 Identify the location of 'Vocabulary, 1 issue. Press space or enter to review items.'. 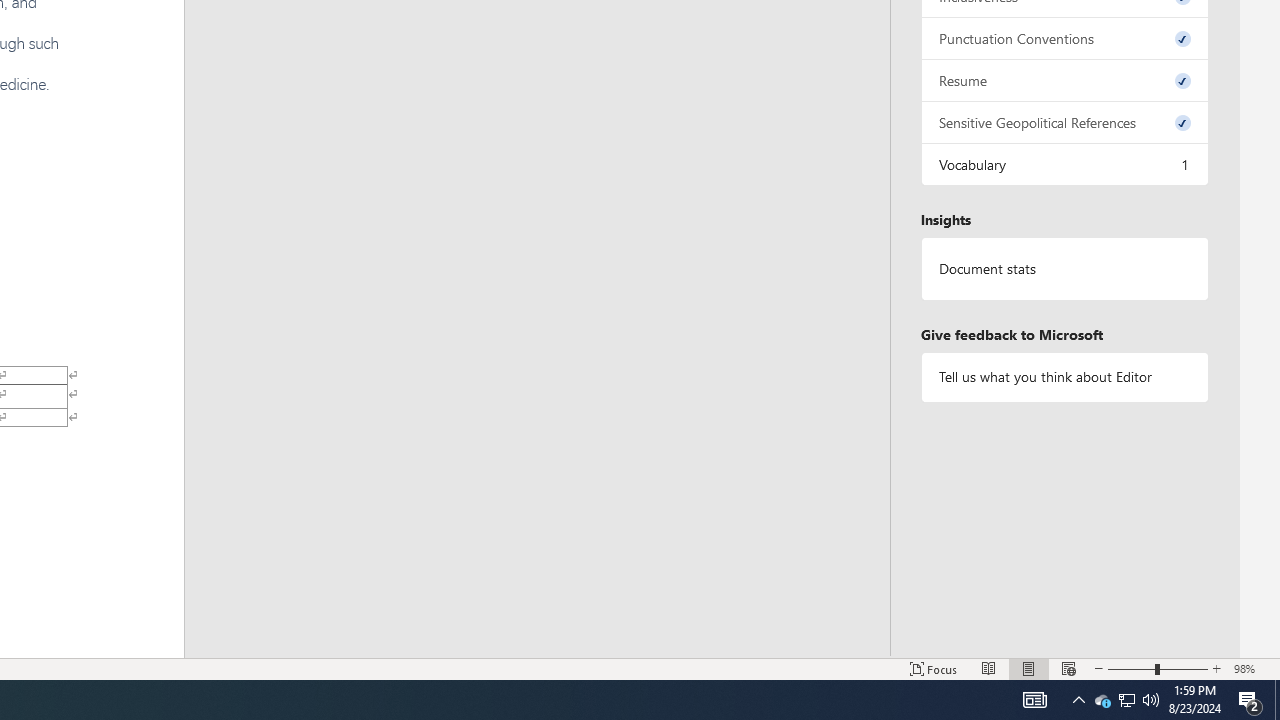
(1063, 163).